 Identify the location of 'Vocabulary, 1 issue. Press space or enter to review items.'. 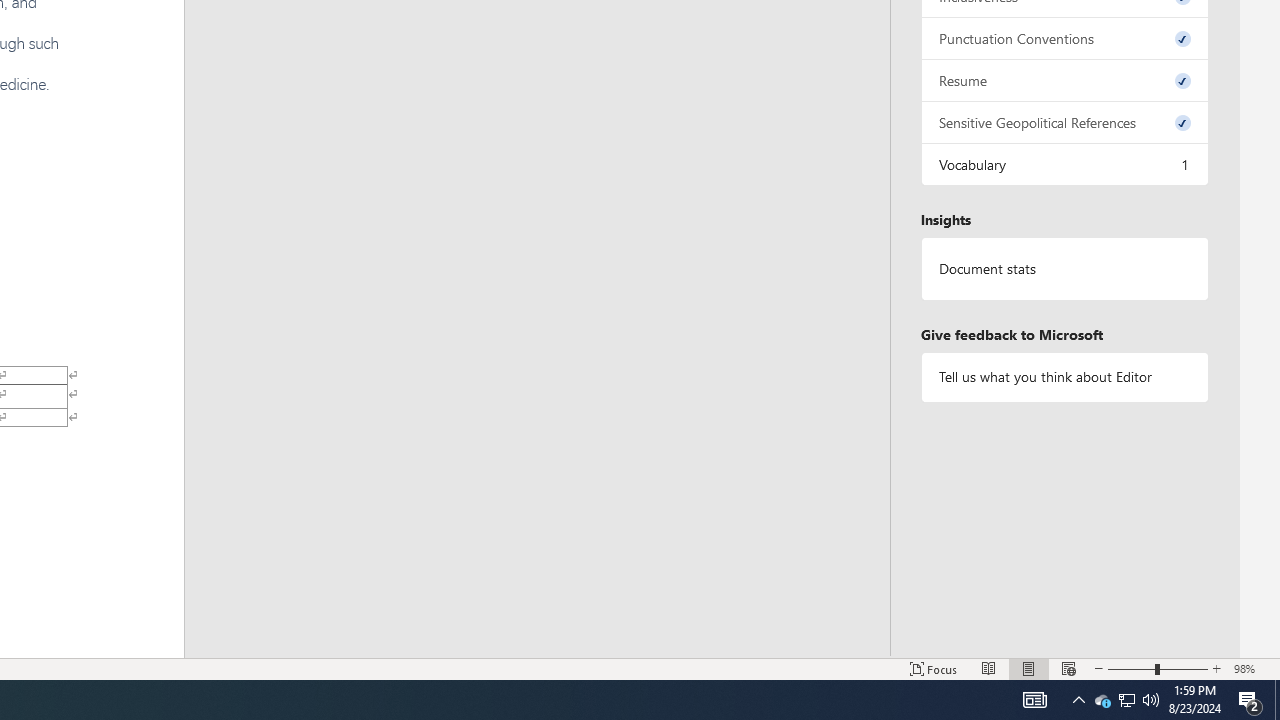
(1063, 163).